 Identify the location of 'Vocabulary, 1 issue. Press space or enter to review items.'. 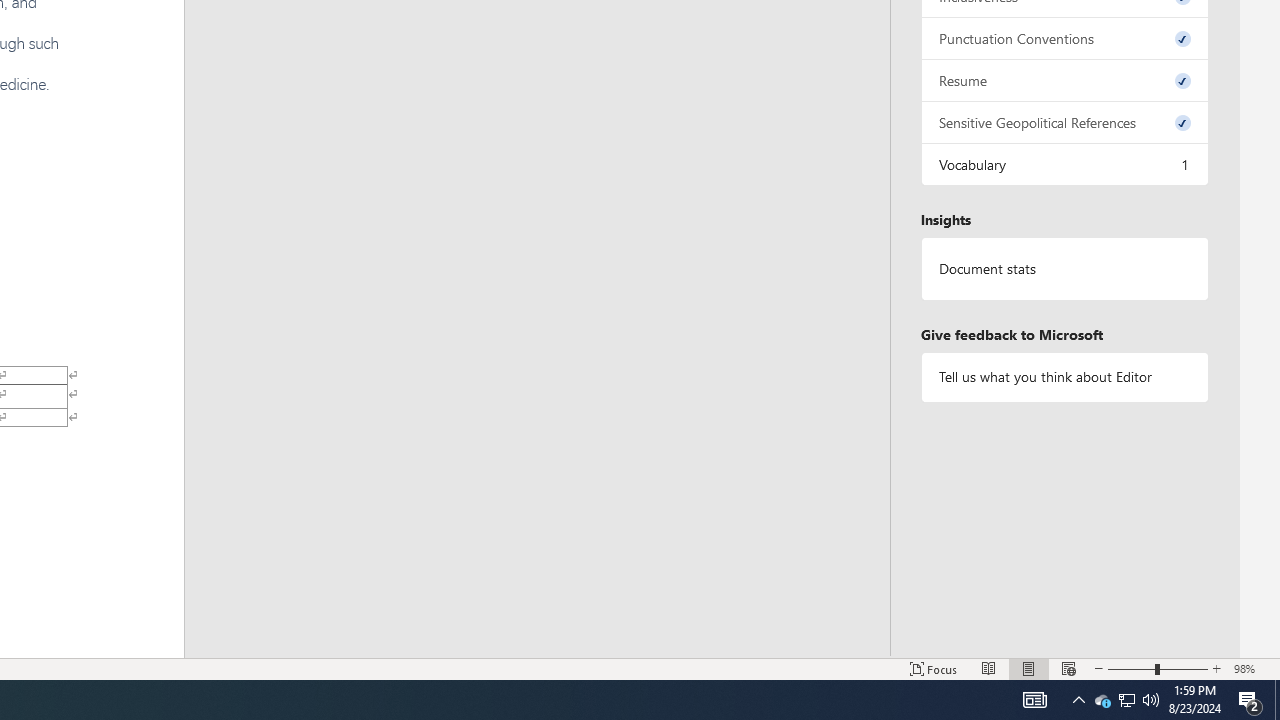
(1063, 163).